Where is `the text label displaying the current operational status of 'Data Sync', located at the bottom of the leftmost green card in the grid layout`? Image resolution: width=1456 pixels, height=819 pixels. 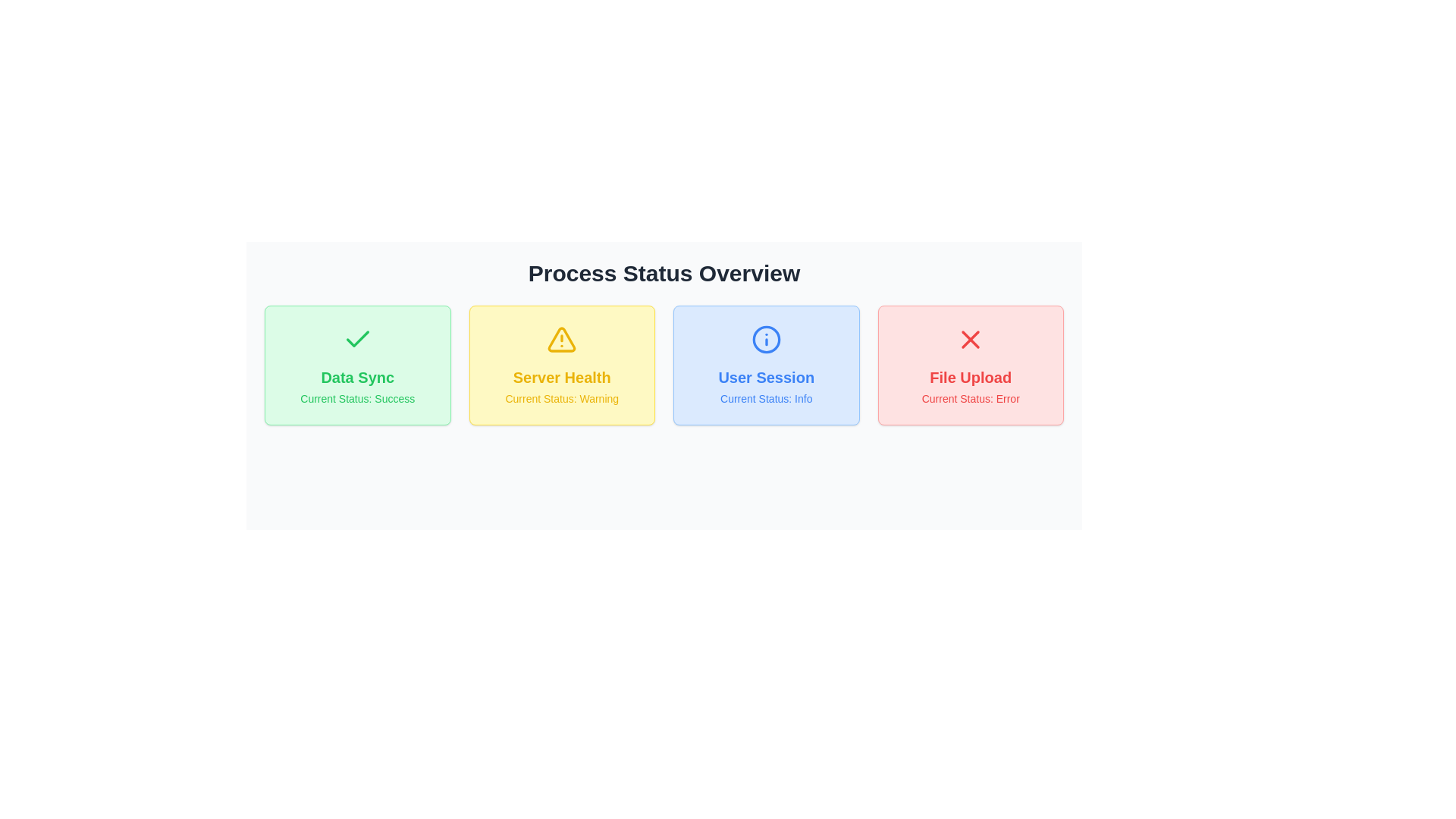 the text label displaying the current operational status of 'Data Sync', located at the bottom of the leftmost green card in the grid layout is located at coordinates (356, 397).